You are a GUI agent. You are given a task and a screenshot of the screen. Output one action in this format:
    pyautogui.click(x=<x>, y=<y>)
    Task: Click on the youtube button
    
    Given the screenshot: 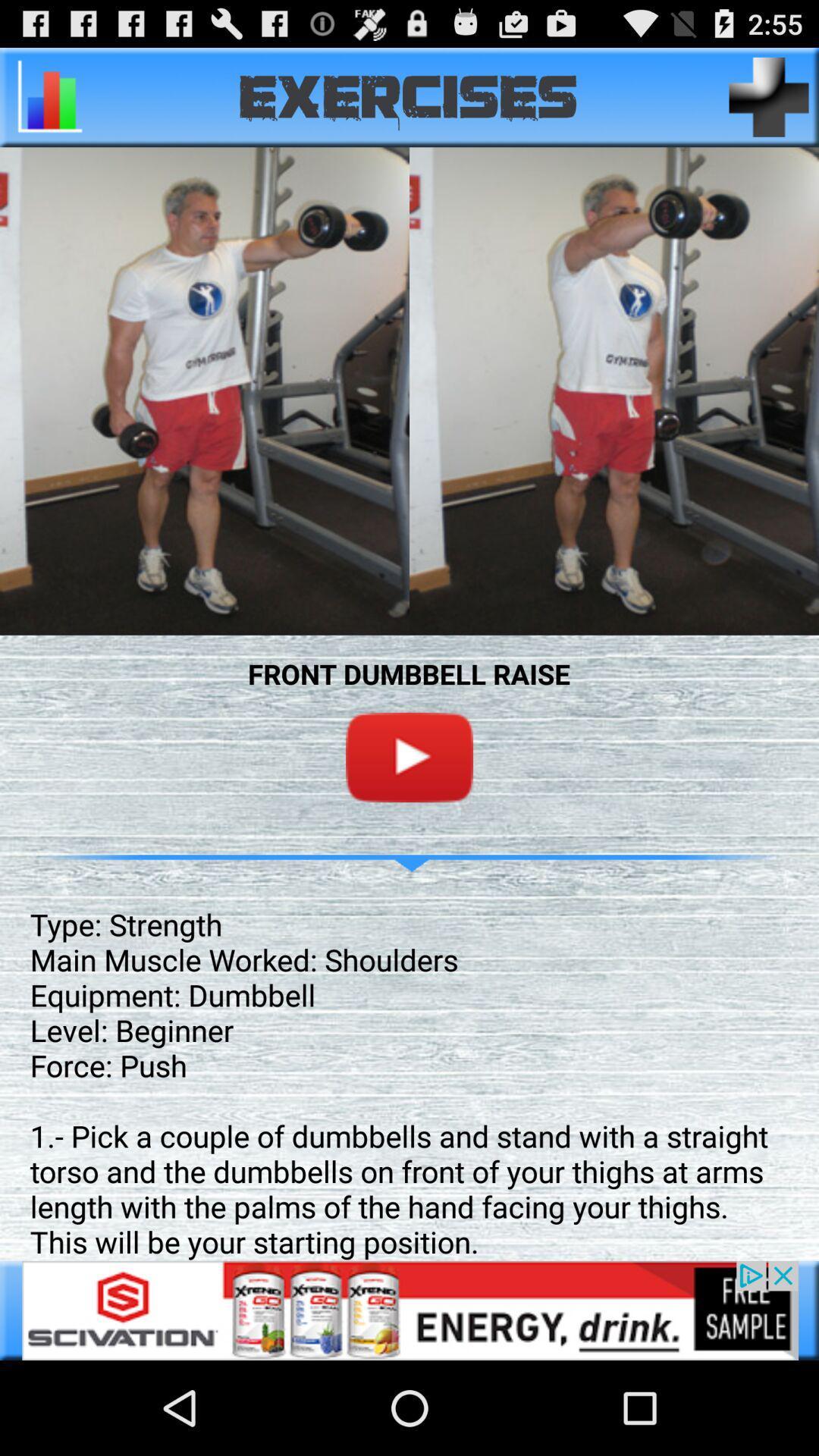 What is the action you would take?
    pyautogui.click(x=409, y=757)
    